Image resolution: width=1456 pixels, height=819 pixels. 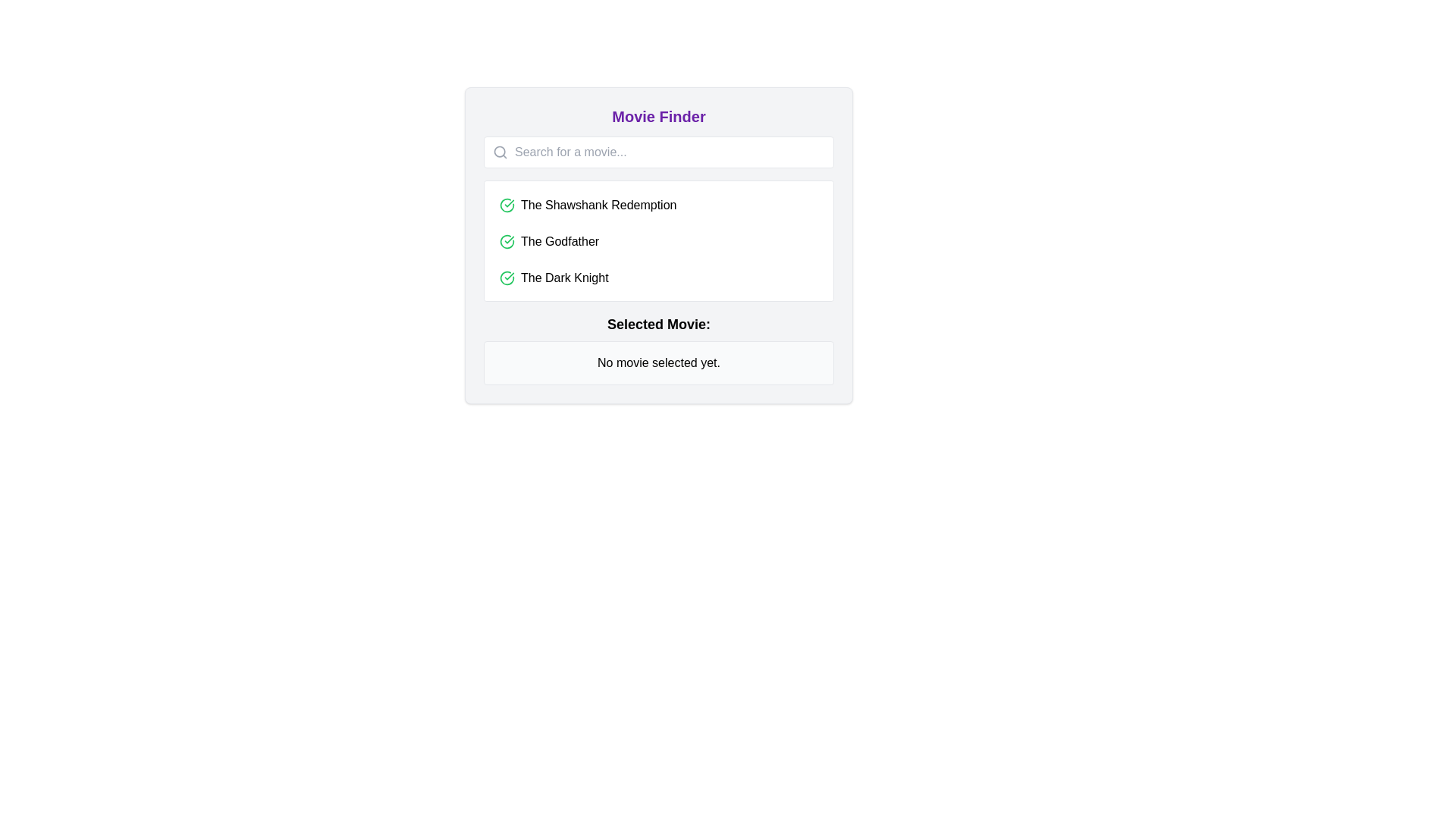 What do you see at coordinates (658, 350) in the screenshot?
I see `the text display area that shows the currently selected movie or indicates 'No movie selected yet.'` at bounding box center [658, 350].